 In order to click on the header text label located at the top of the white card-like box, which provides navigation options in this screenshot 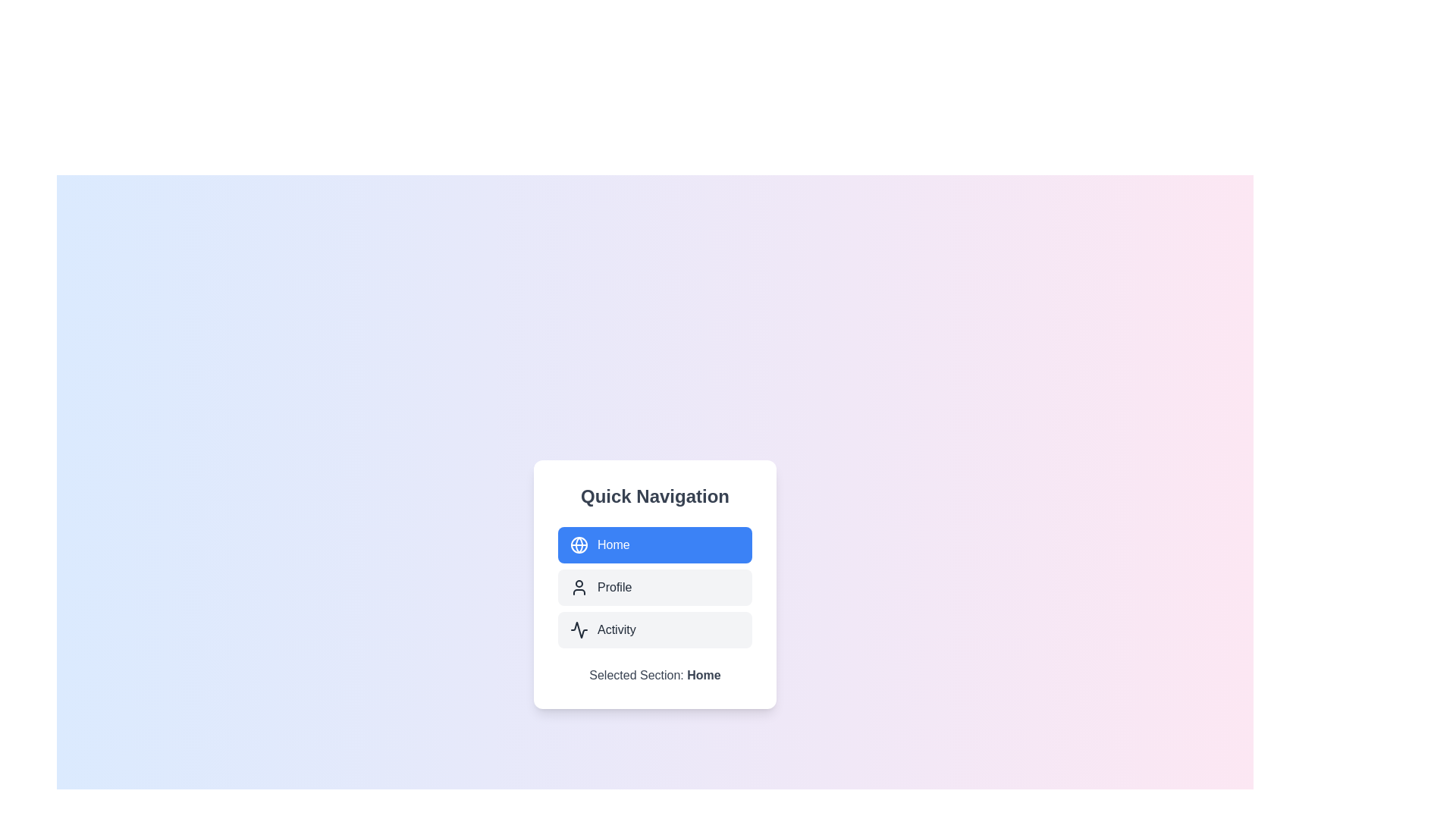, I will do `click(655, 497)`.